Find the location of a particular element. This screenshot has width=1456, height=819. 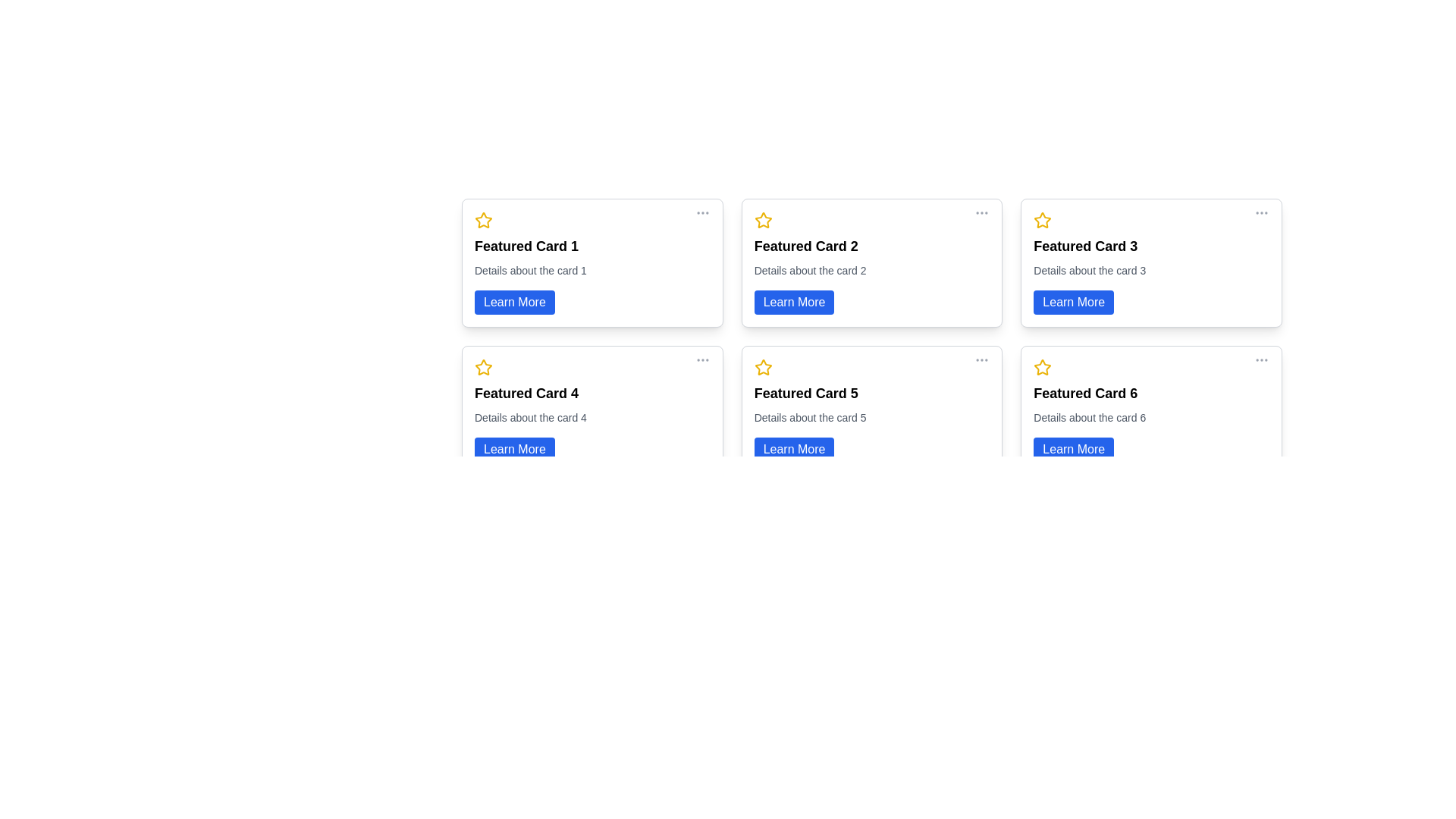

the 'Learn More' button with a blue background located at the bottom of 'Featured Card 6' is located at coordinates (1073, 449).